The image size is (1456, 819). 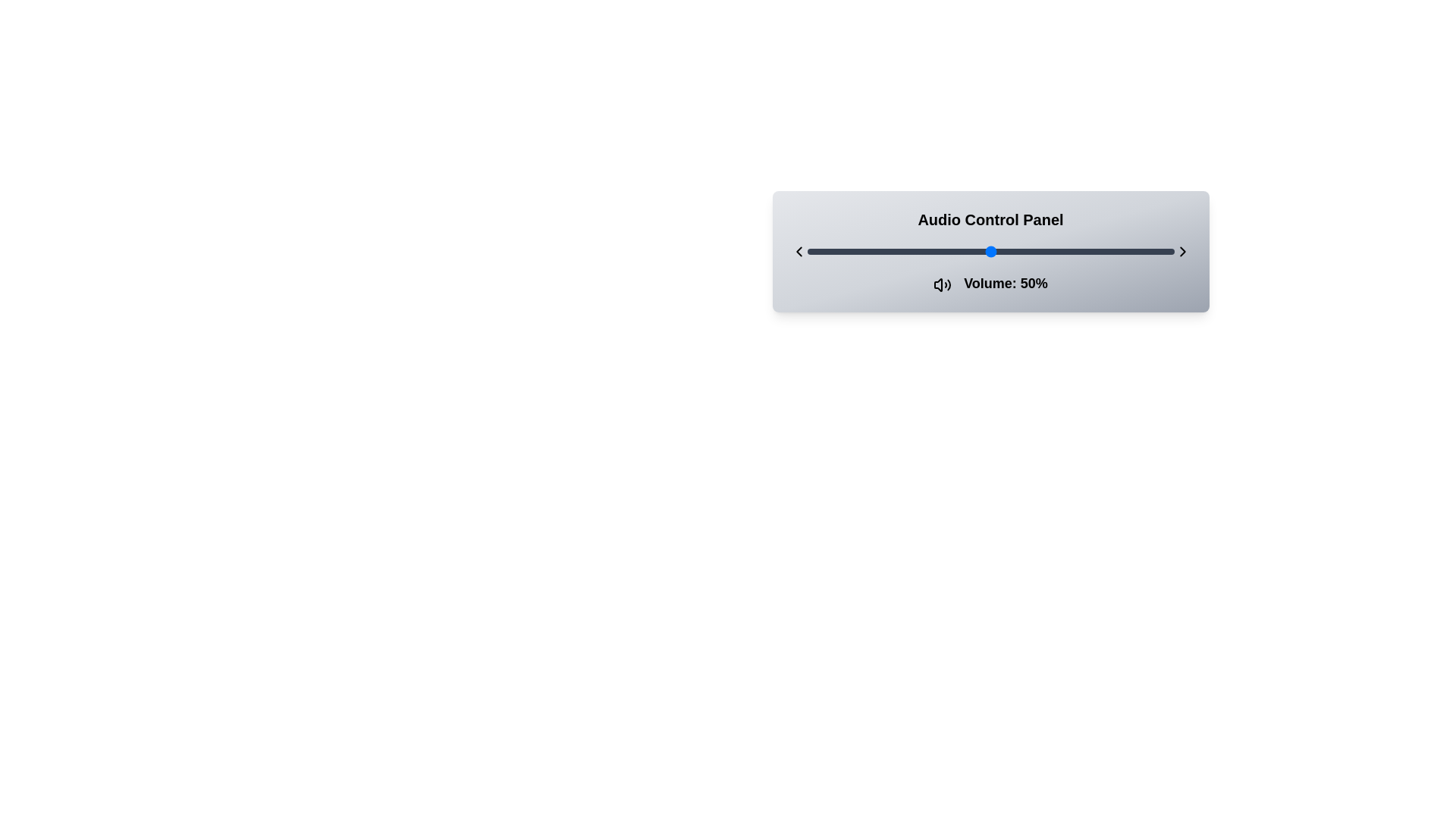 What do you see at coordinates (990, 219) in the screenshot?
I see `the header text component displaying 'Audio Control Panel', which is centrally aligned and prominently styled with a bold font` at bounding box center [990, 219].